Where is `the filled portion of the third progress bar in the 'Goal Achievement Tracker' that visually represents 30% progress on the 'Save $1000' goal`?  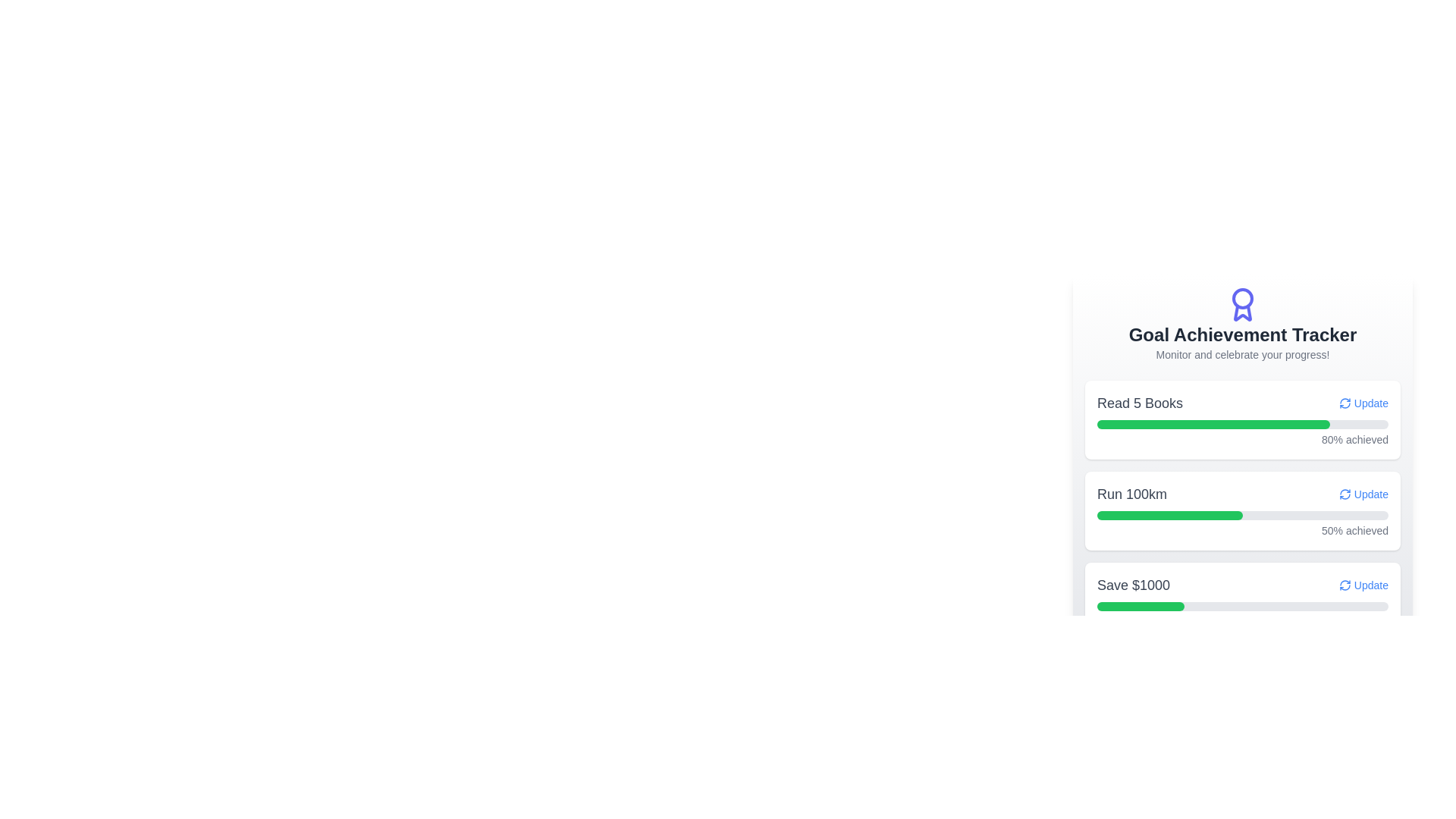 the filled portion of the third progress bar in the 'Goal Achievement Tracker' that visually represents 30% progress on the 'Save $1000' goal is located at coordinates (1141, 605).